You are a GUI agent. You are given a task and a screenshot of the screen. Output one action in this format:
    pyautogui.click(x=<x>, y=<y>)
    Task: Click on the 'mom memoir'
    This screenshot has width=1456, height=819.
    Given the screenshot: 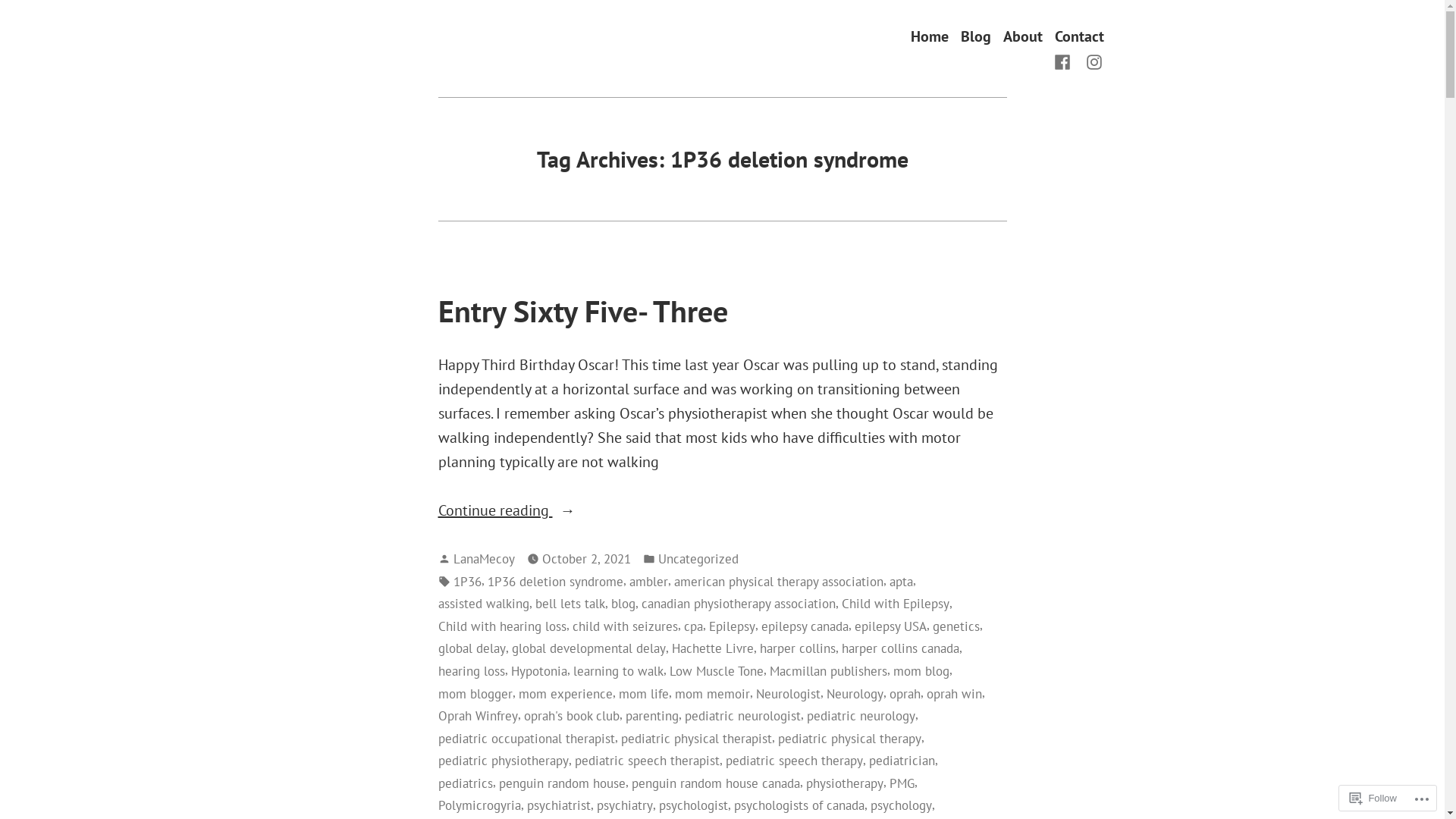 What is the action you would take?
    pyautogui.click(x=711, y=693)
    